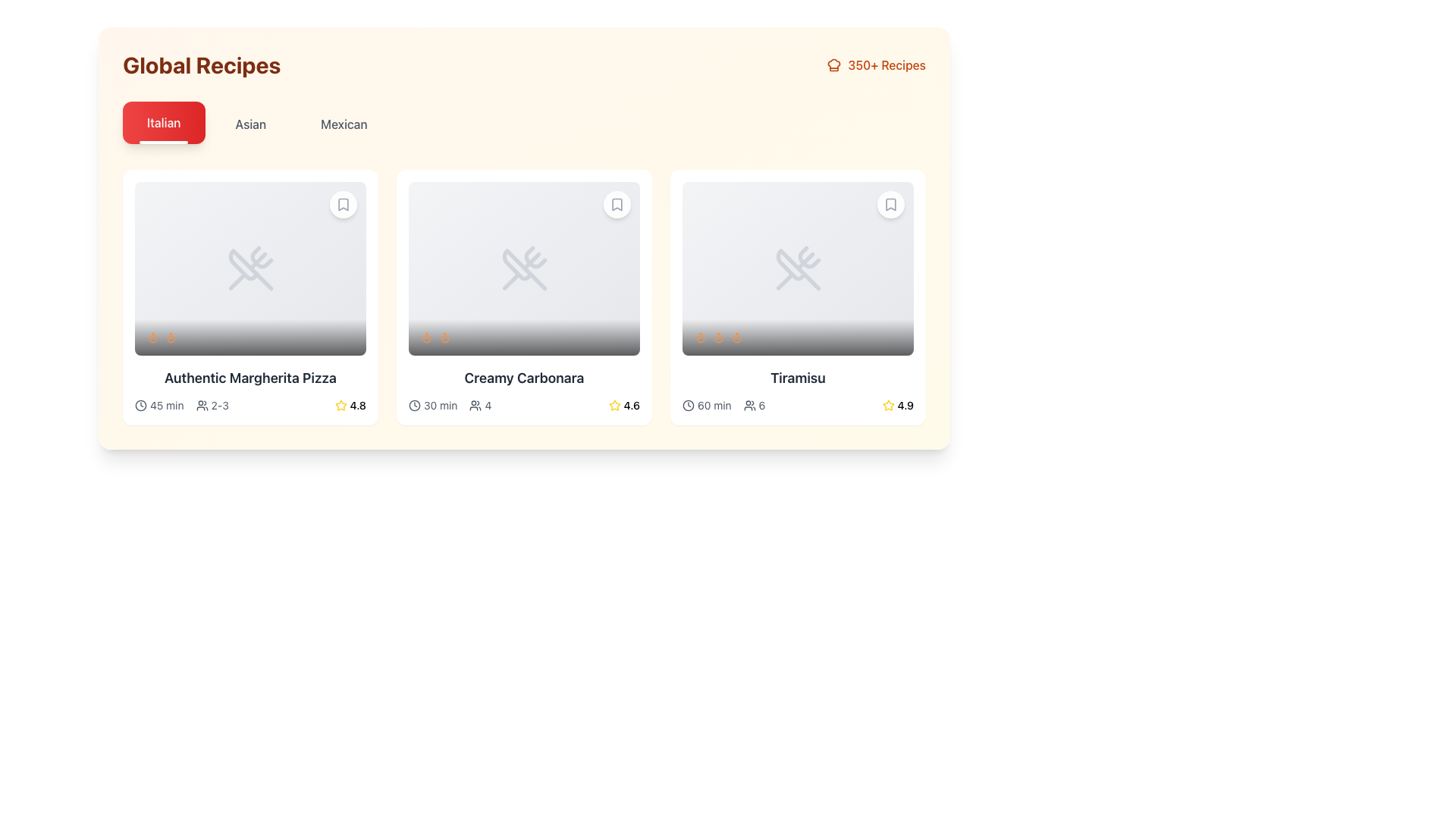 Image resolution: width=1456 pixels, height=819 pixels. I want to click on the clock icon located to the left of the '45 min' text in the bottom-left section of the card for 'Authentic Margherita Pizza', so click(141, 404).